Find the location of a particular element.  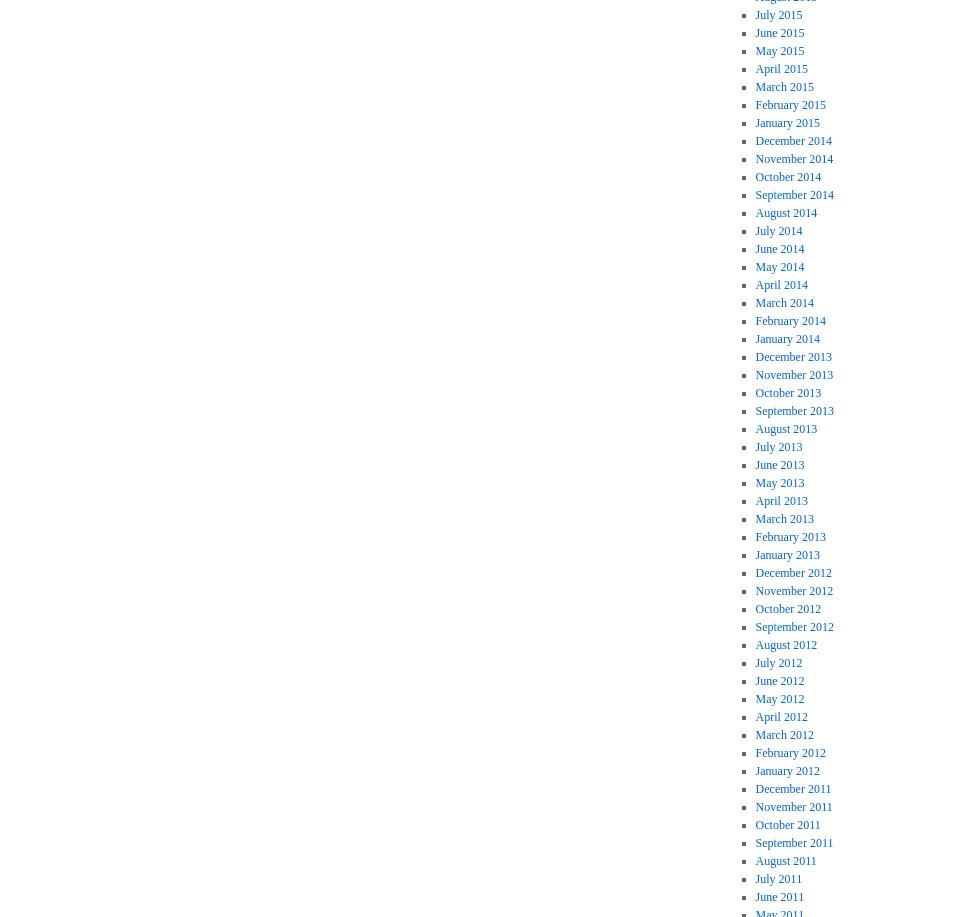

'April 2013' is located at coordinates (754, 499).